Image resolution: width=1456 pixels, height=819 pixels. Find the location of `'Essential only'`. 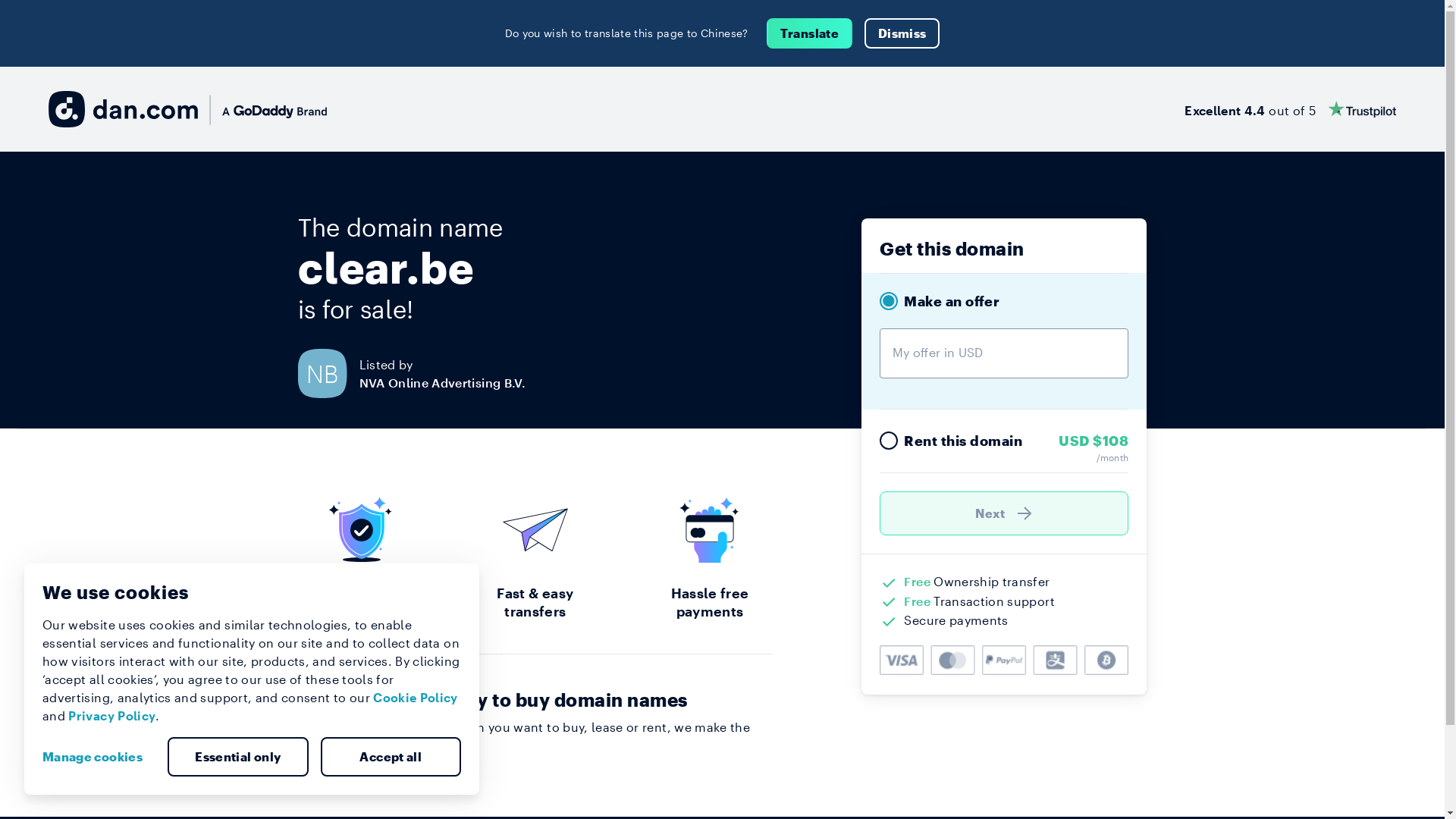

'Essential only' is located at coordinates (167, 757).